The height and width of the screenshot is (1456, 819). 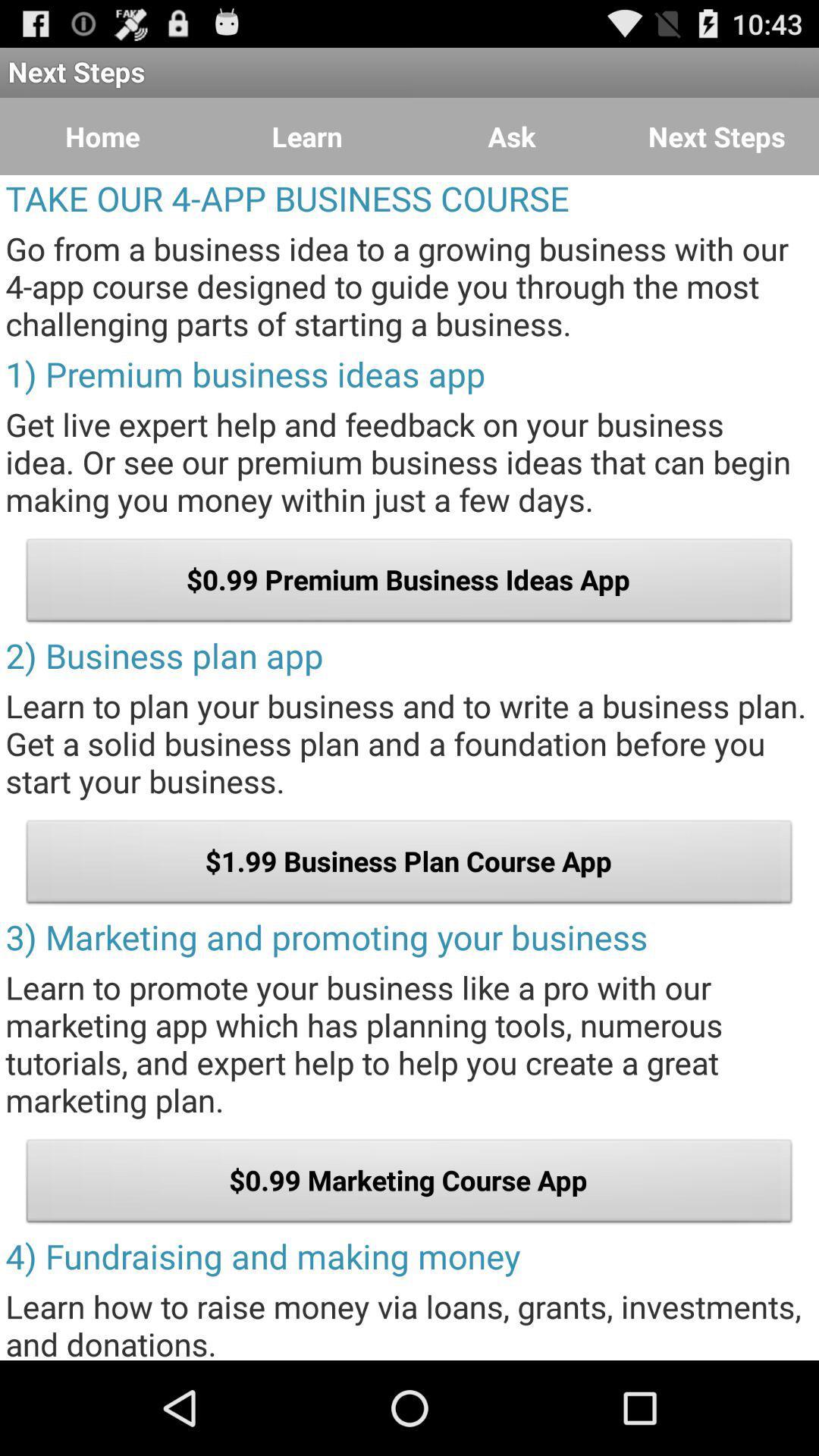 I want to click on the app below next steps icon, so click(x=512, y=136).